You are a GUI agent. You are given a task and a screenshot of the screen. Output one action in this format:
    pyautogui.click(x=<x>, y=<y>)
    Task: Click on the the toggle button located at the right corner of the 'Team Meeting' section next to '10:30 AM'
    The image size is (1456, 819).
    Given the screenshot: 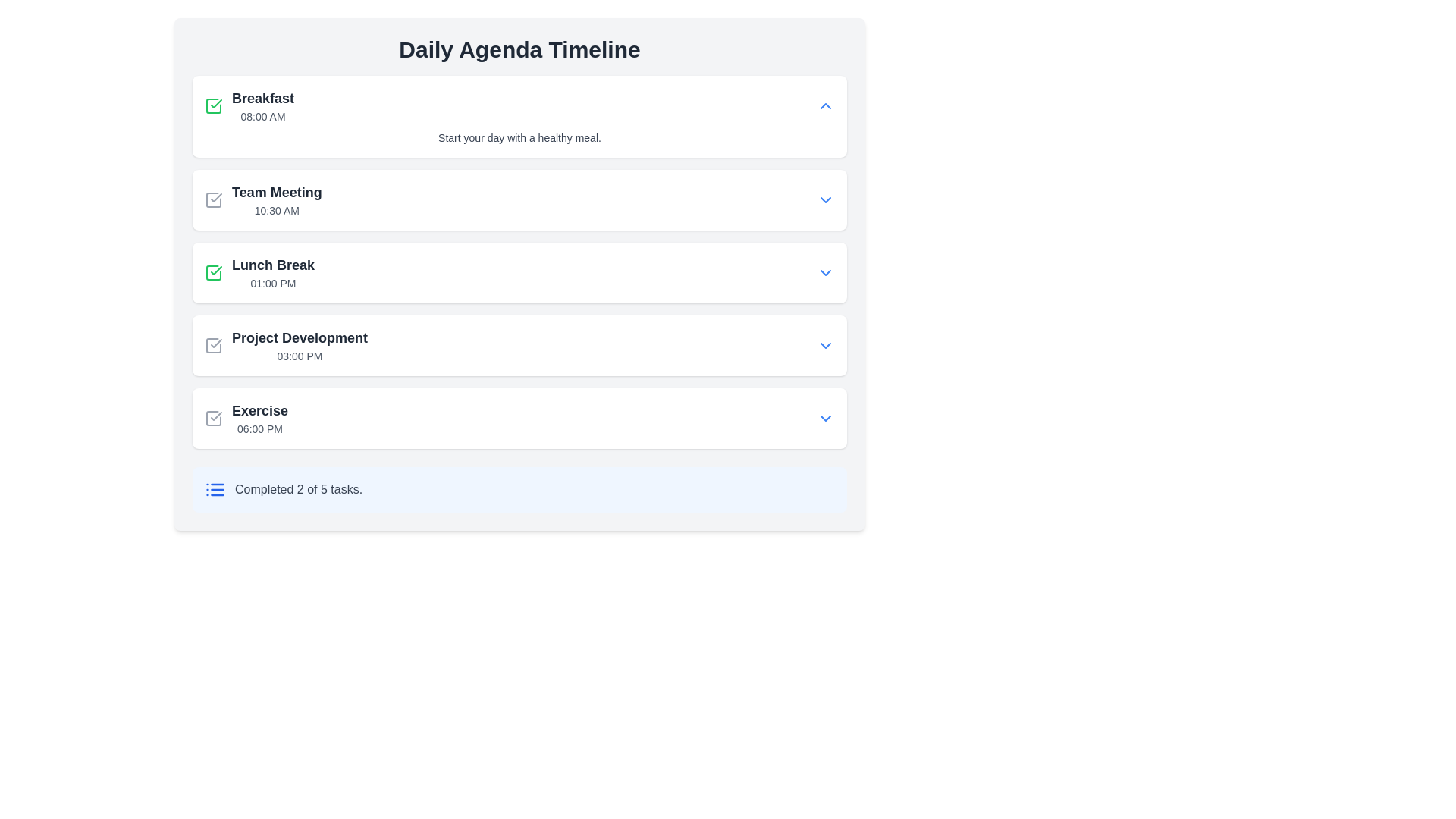 What is the action you would take?
    pyautogui.click(x=825, y=199)
    